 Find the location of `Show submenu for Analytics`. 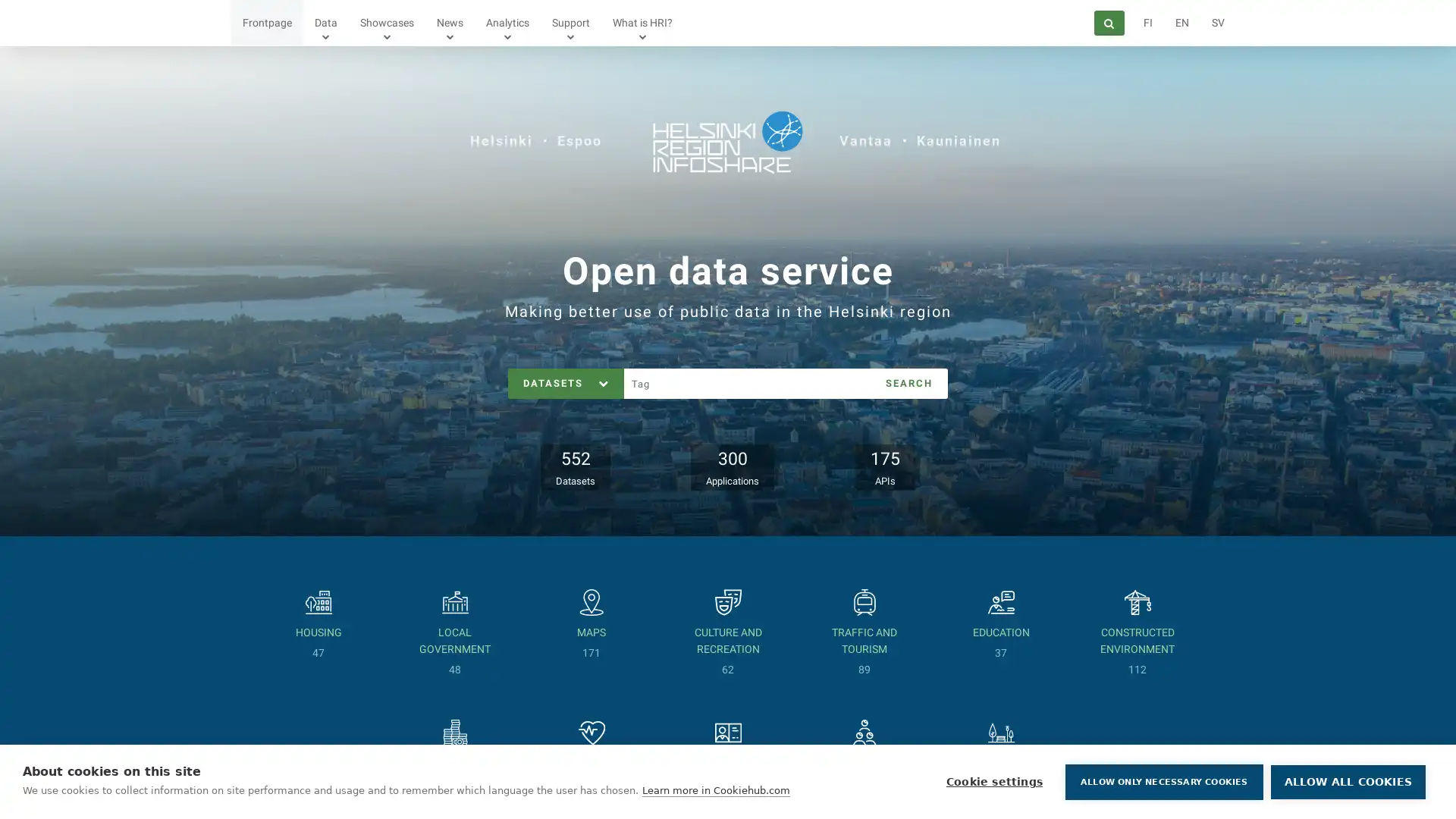

Show submenu for Analytics is located at coordinates (507, 30).